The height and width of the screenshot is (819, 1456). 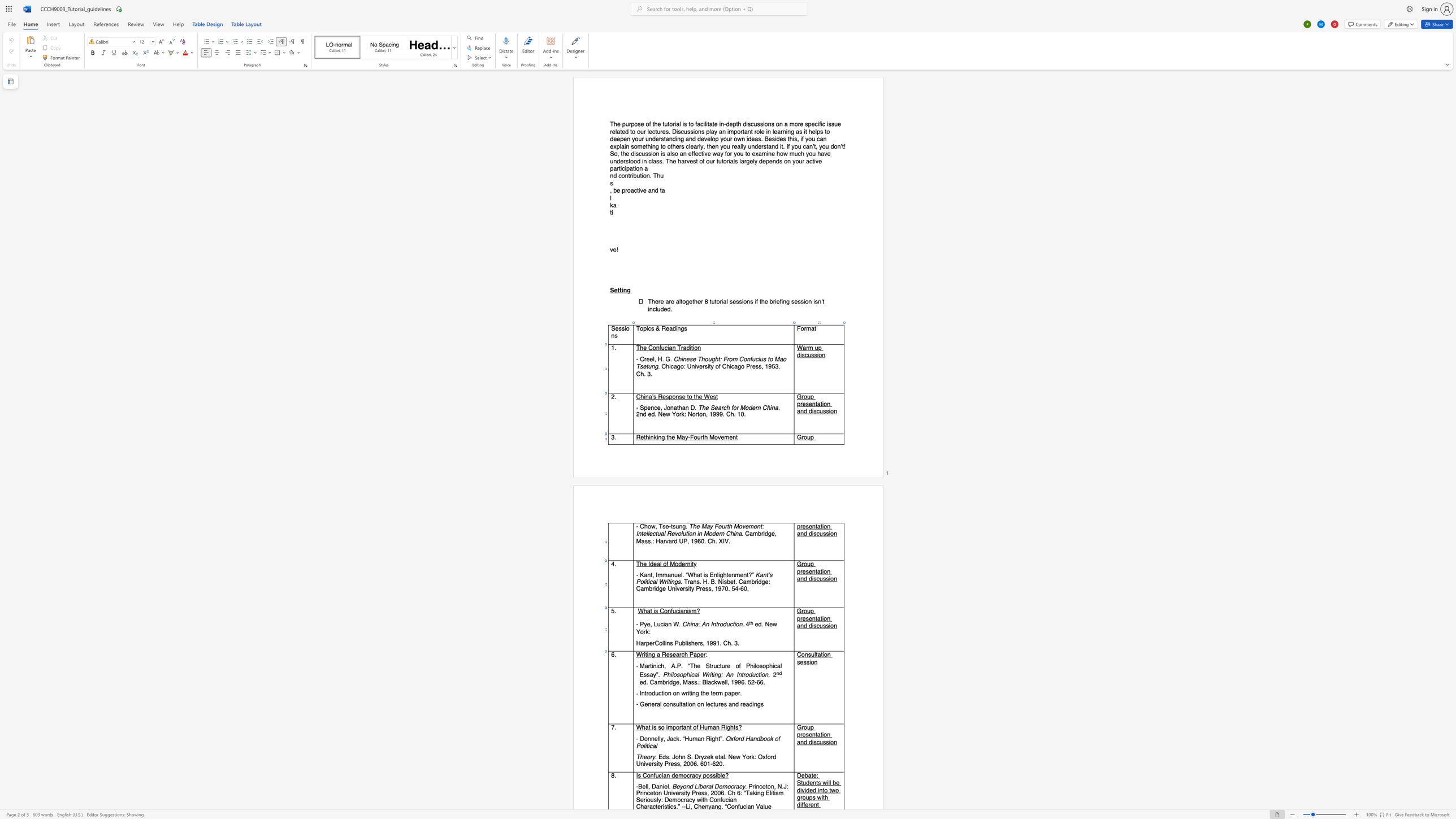 What do you see at coordinates (674, 655) in the screenshot?
I see `the 2th character "e" in the text` at bounding box center [674, 655].